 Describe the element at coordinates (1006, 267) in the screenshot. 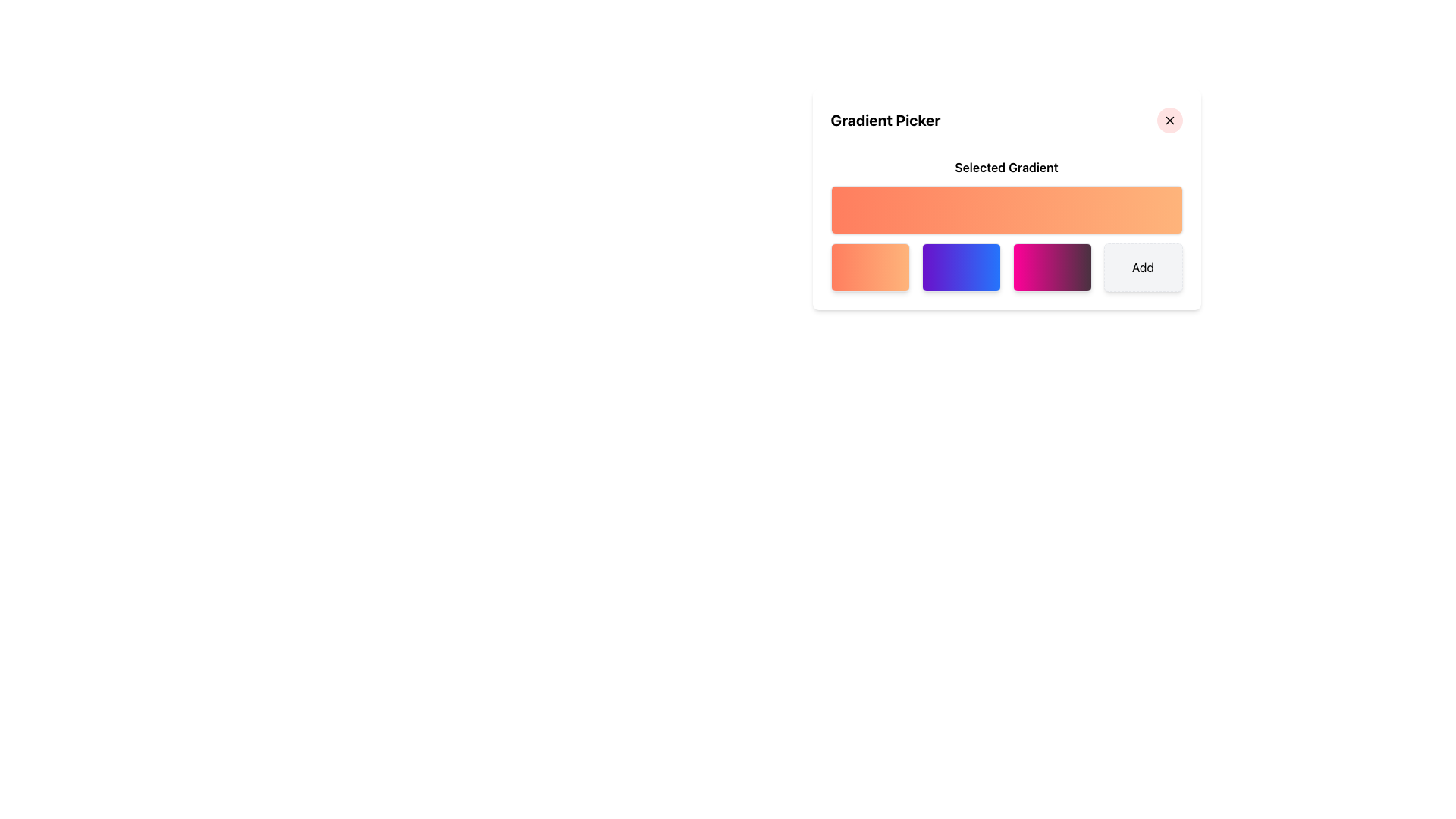

I see `the gradient preview button, which is the third tile in the grid layout under the 'Selected Gradient' label` at that location.